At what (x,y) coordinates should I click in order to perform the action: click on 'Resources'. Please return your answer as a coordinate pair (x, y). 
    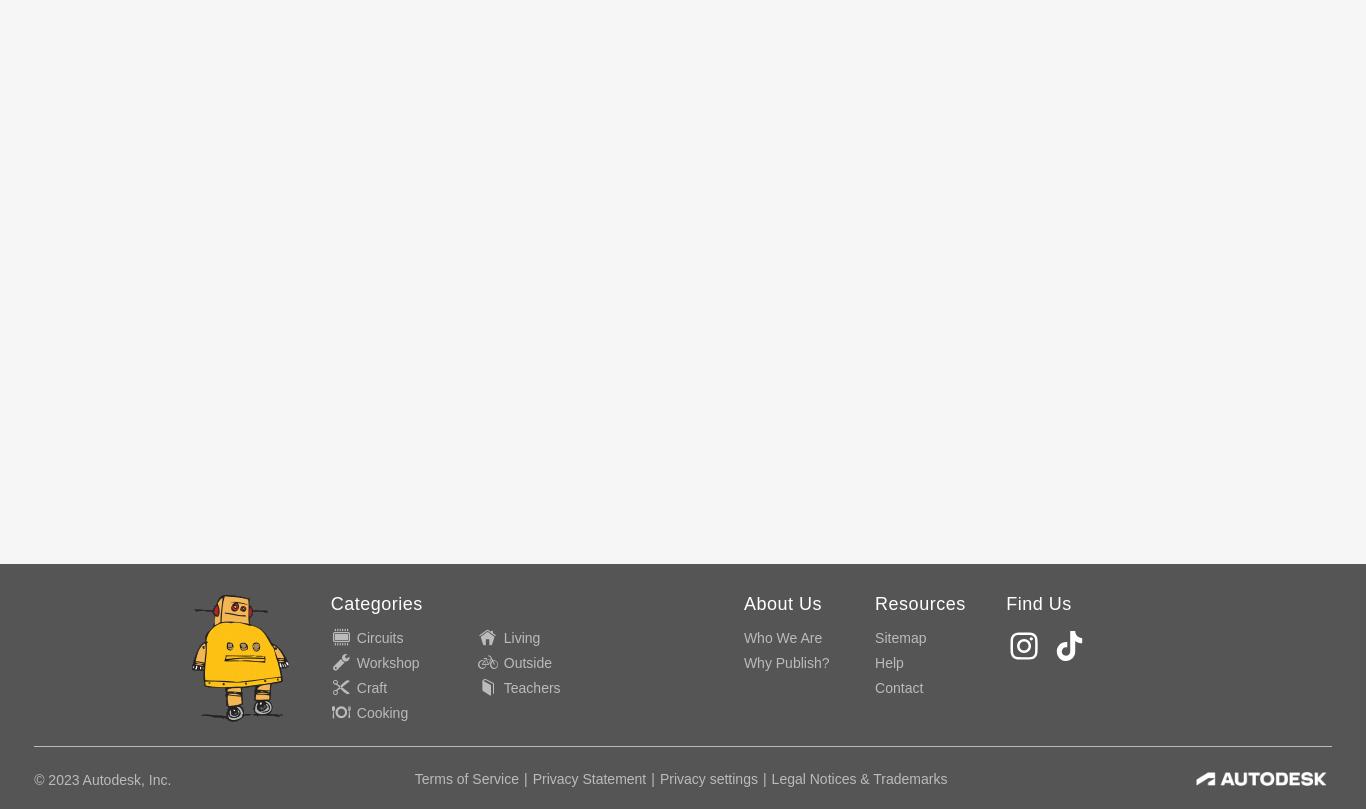
    Looking at the image, I should click on (874, 603).